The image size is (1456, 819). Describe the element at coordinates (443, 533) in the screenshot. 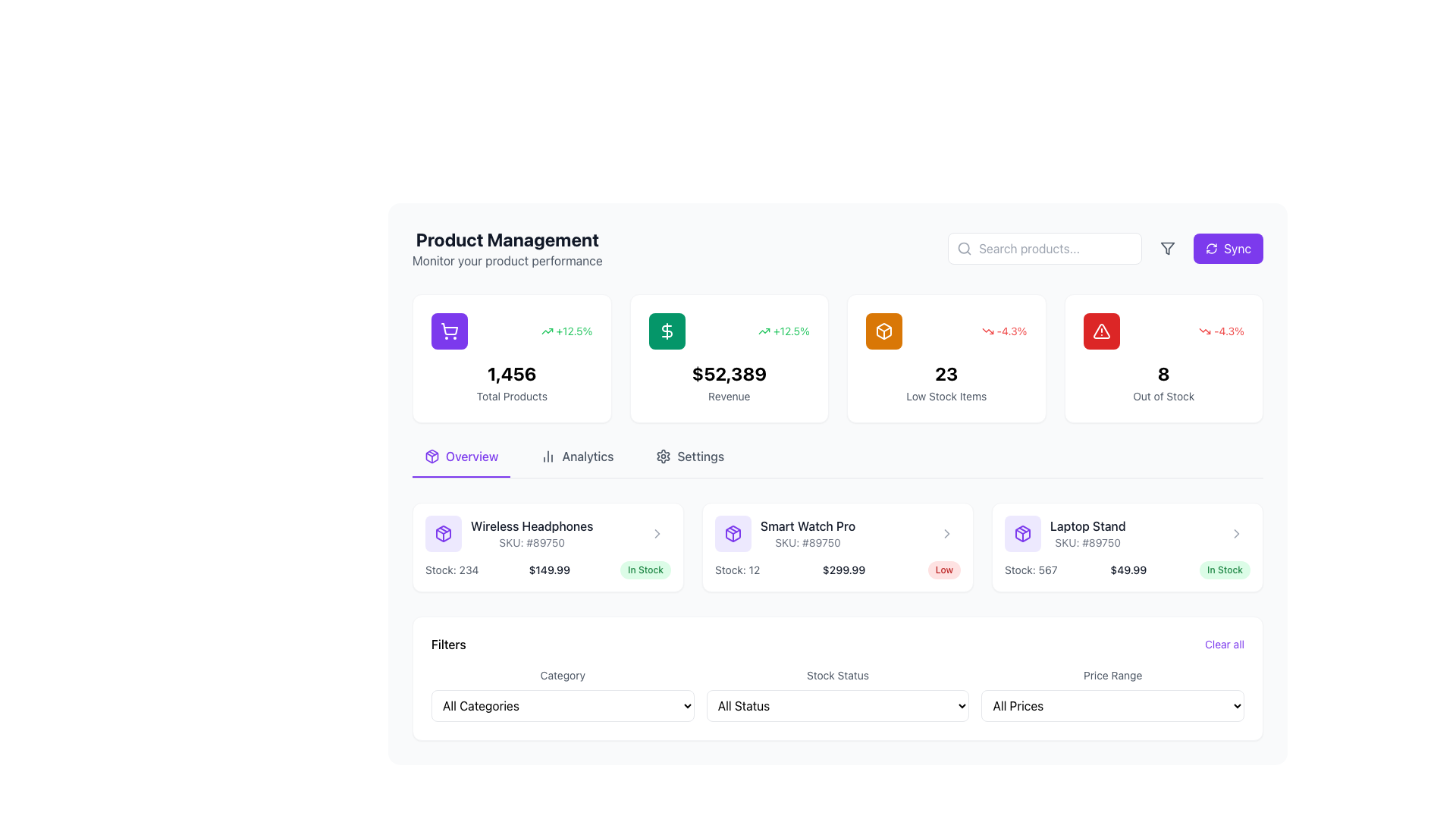

I see `the 3D box SVG icon, which is colored in violet and located within a circular violet-filled background in the second column of the overview cards representing 'Low Stock Items' in the product management dashboard` at that location.